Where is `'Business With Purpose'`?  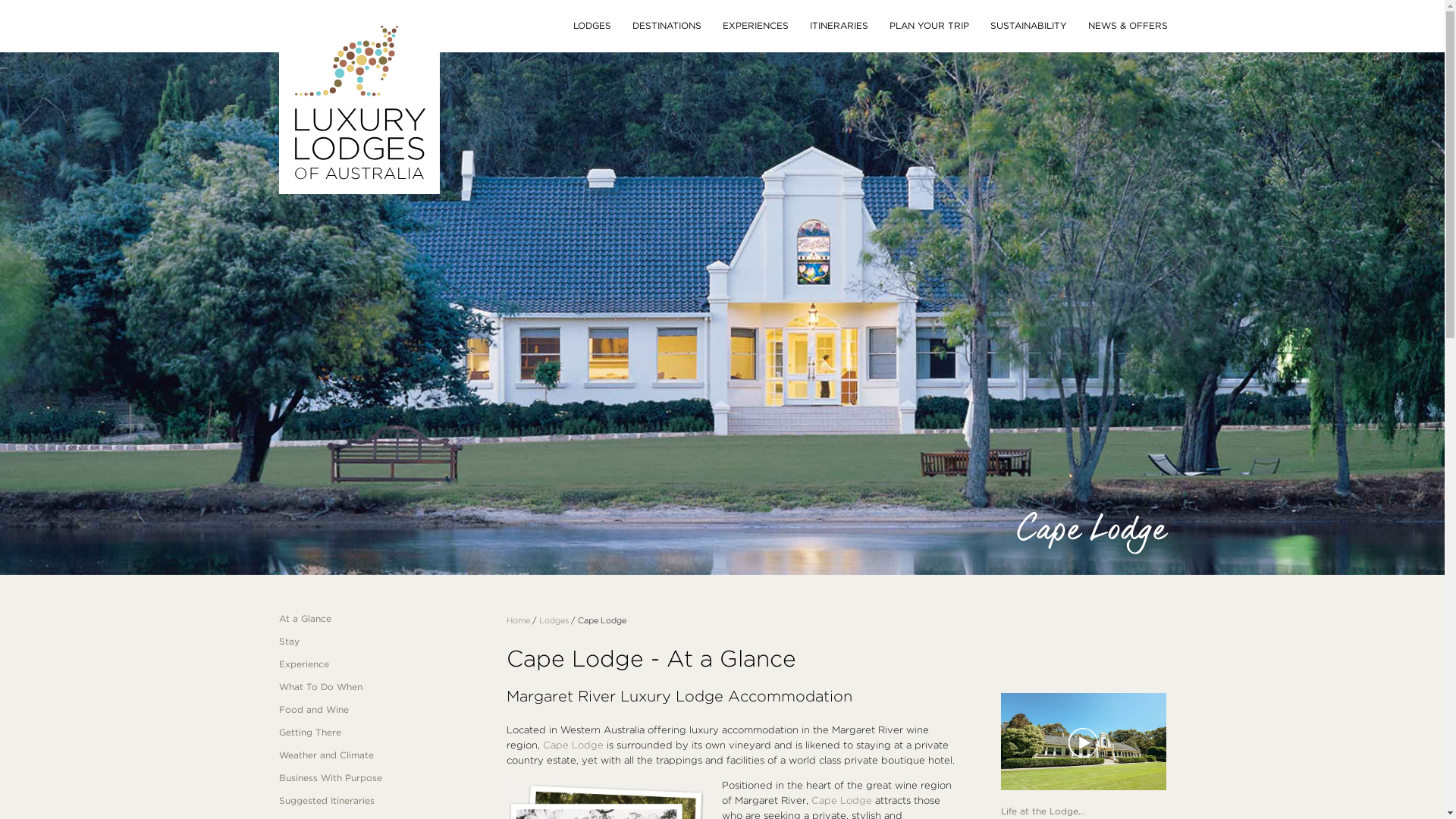 'Business With Purpose' is located at coordinates (381, 778).